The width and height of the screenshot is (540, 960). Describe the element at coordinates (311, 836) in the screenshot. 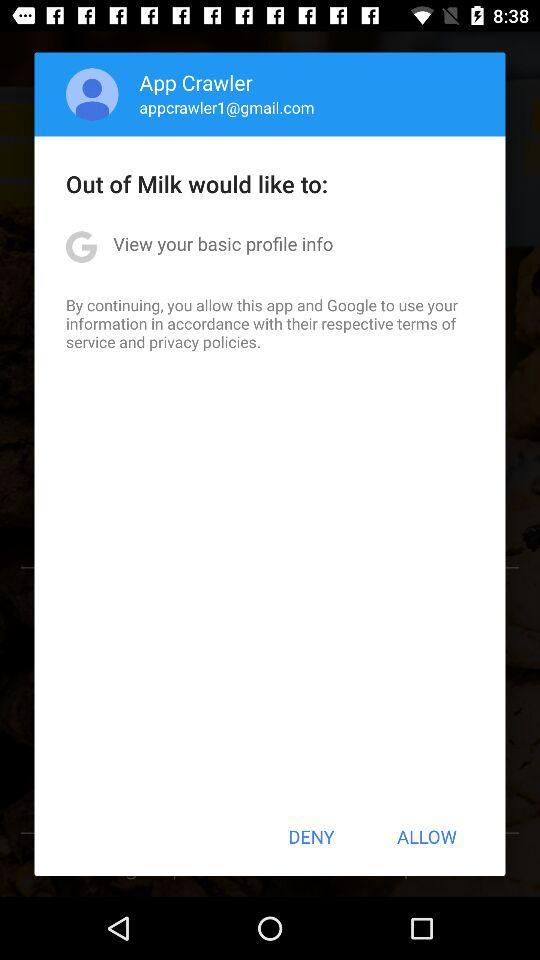

I see `icon next to the allow item` at that location.